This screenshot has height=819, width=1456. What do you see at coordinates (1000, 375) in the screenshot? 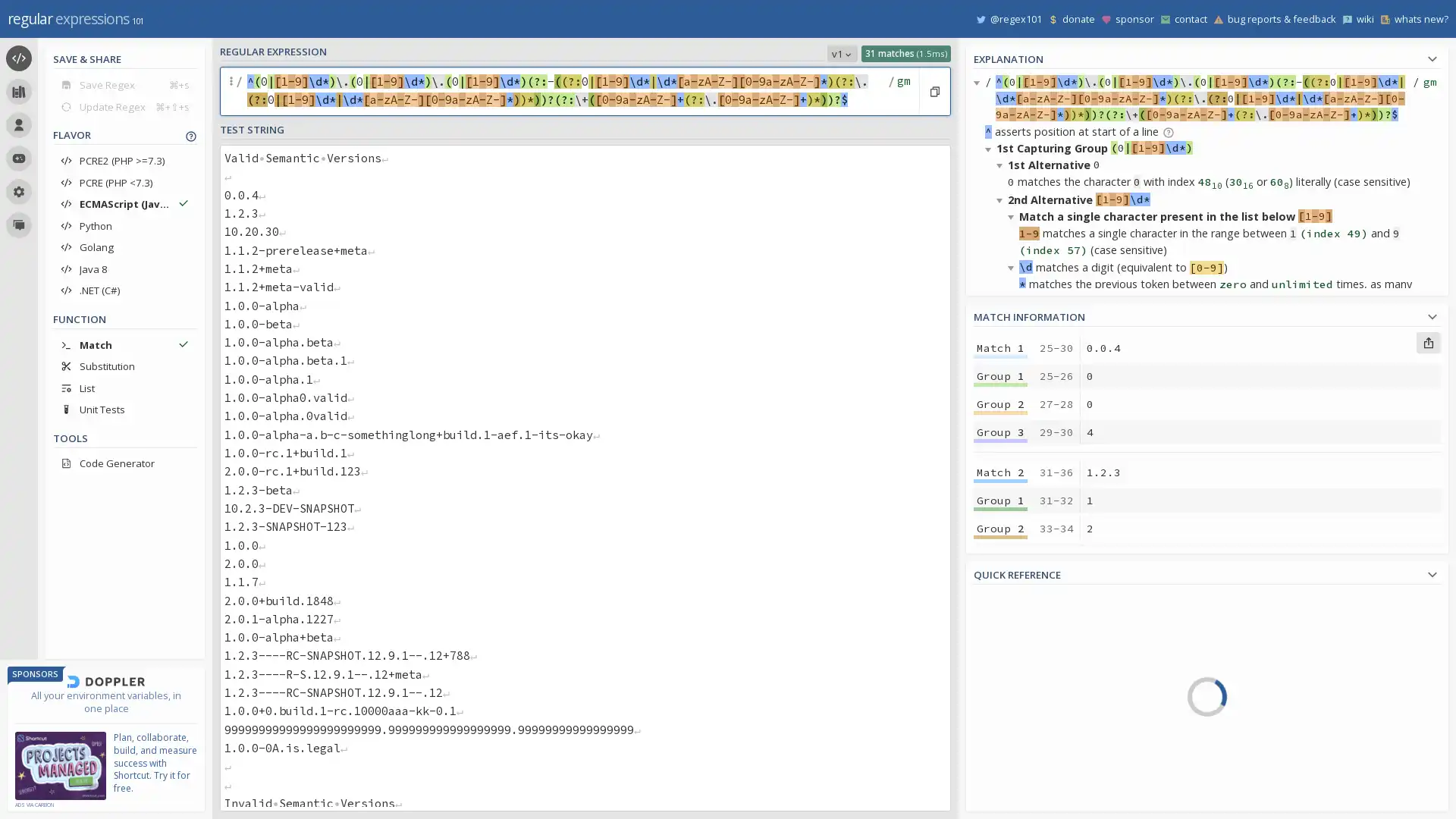
I see `Group 1` at bounding box center [1000, 375].